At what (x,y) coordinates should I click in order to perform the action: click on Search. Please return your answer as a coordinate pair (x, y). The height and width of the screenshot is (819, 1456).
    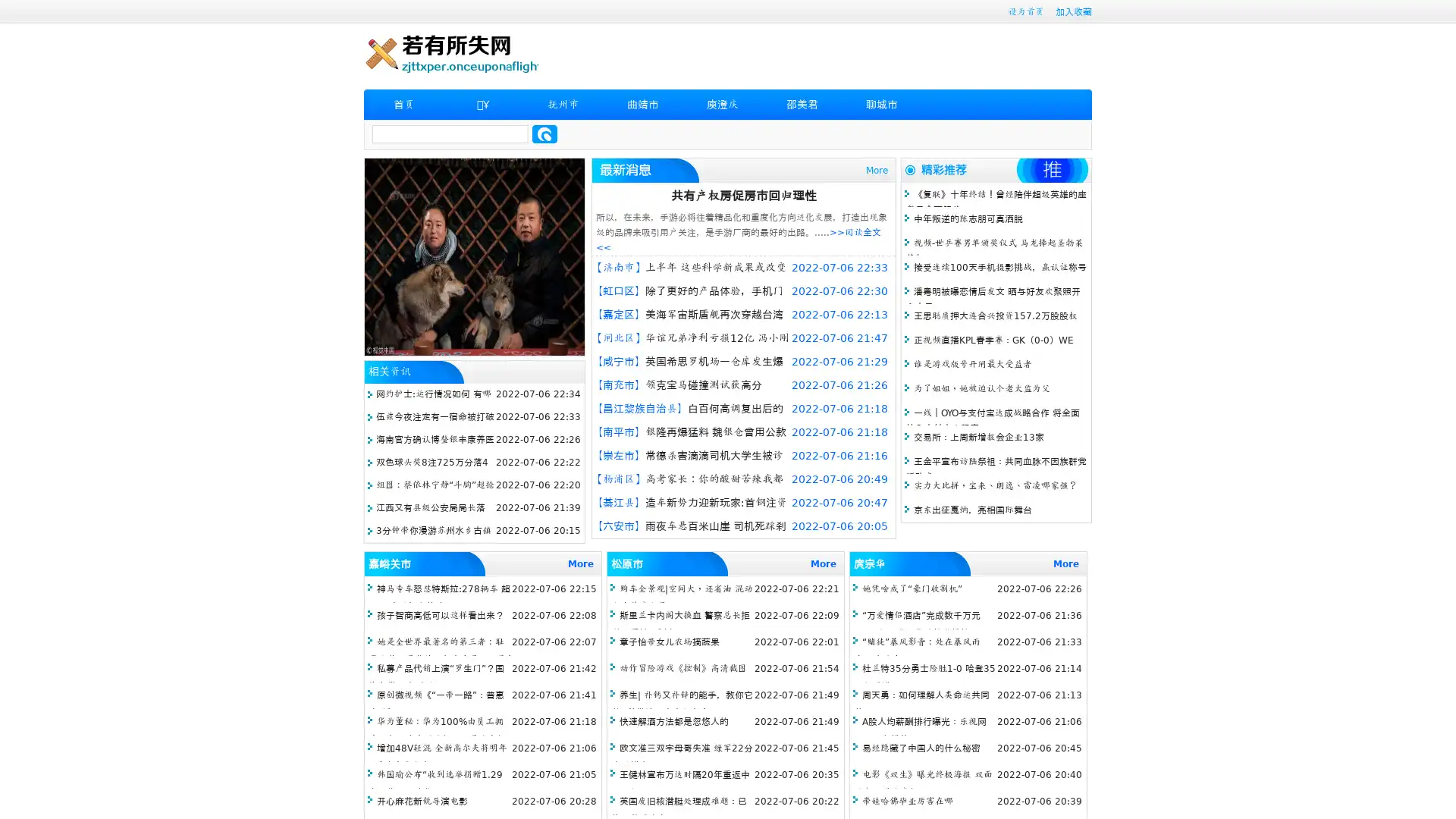
    Looking at the image, I should click on (544, 133).